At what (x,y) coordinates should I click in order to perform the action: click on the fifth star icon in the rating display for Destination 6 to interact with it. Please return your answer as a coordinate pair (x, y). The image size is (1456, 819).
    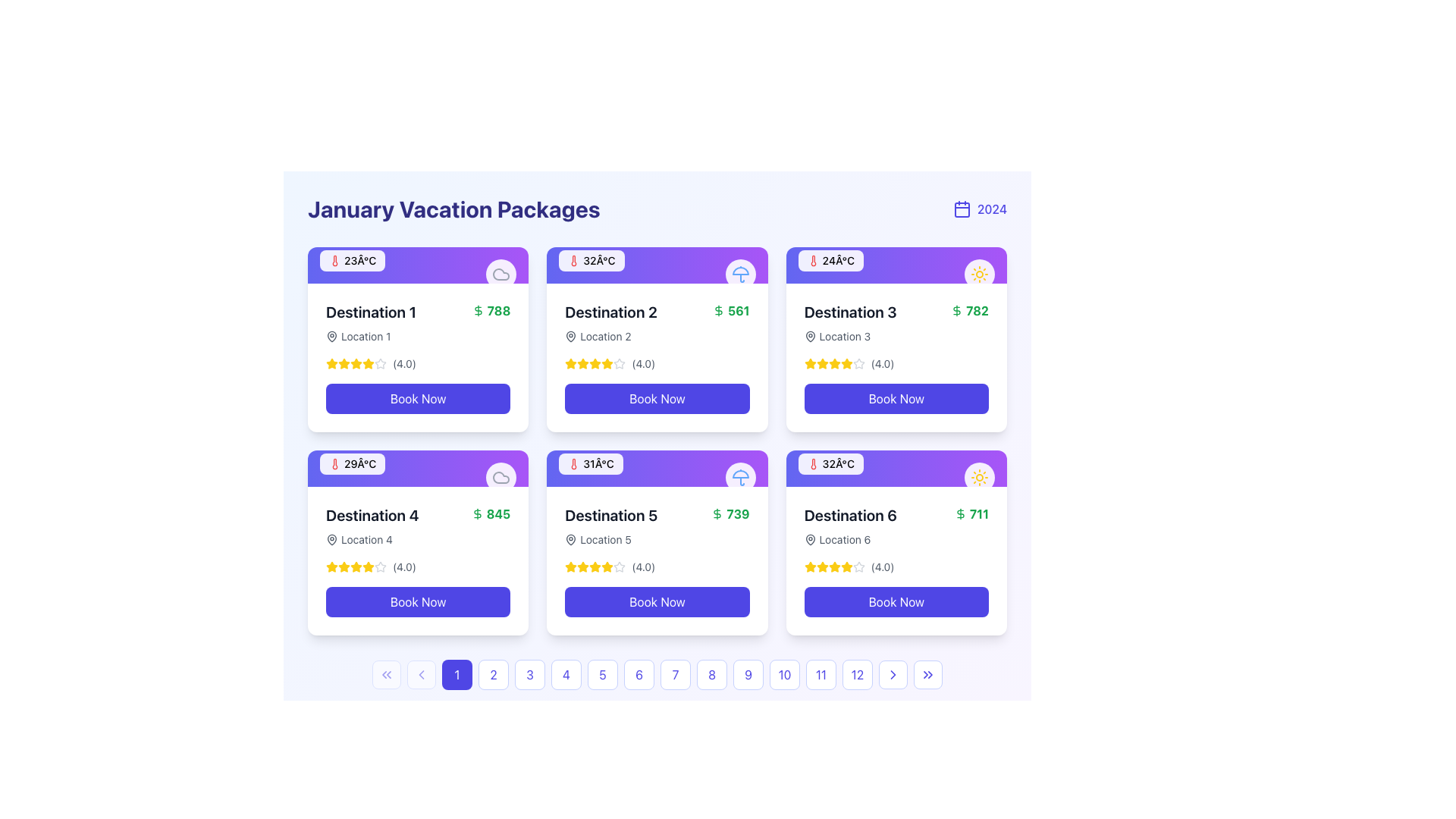
    Looking at the image, I should click on (858, 566).